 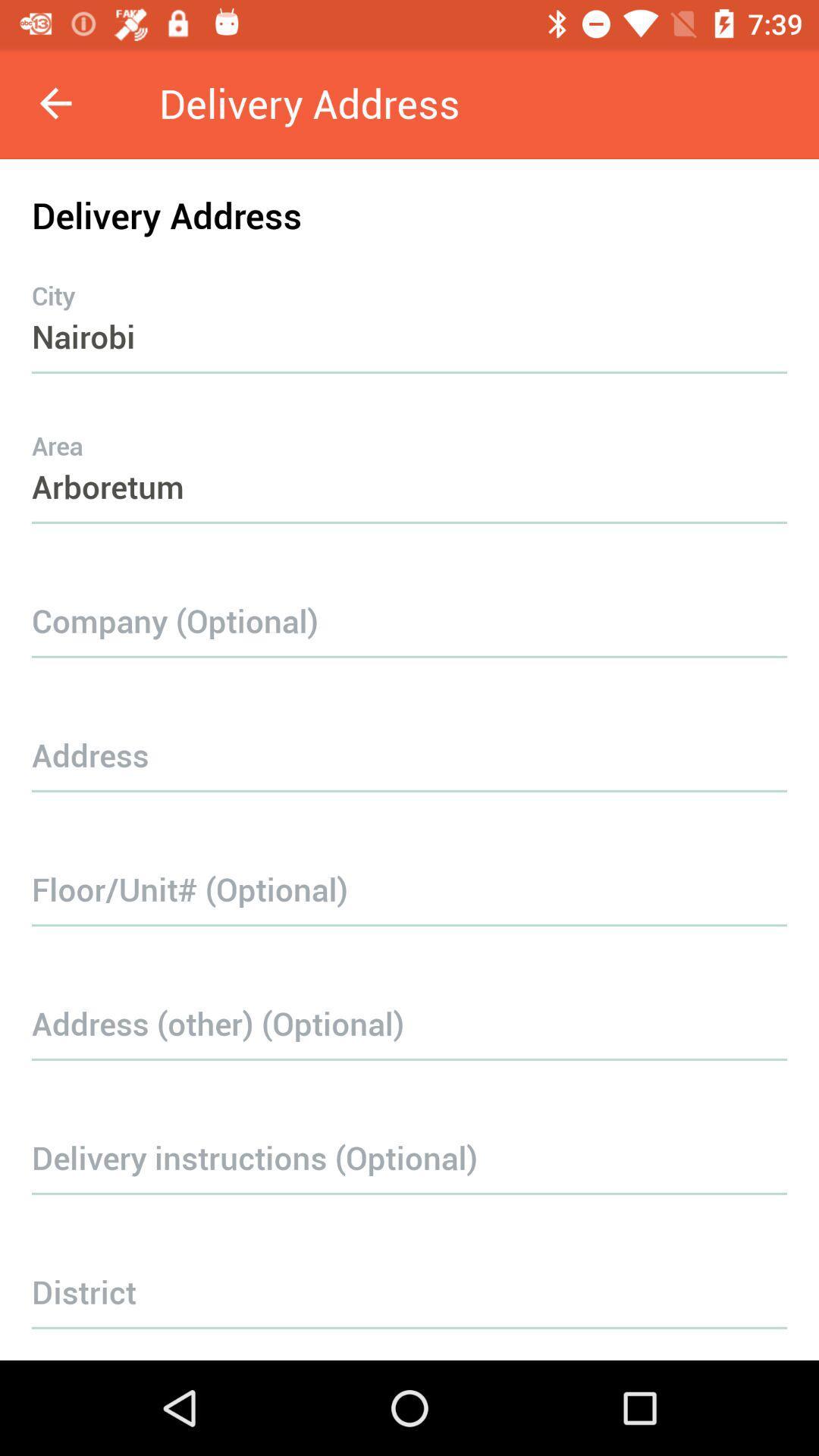 I want to click on the arboretum, so click(x=409, y=456).